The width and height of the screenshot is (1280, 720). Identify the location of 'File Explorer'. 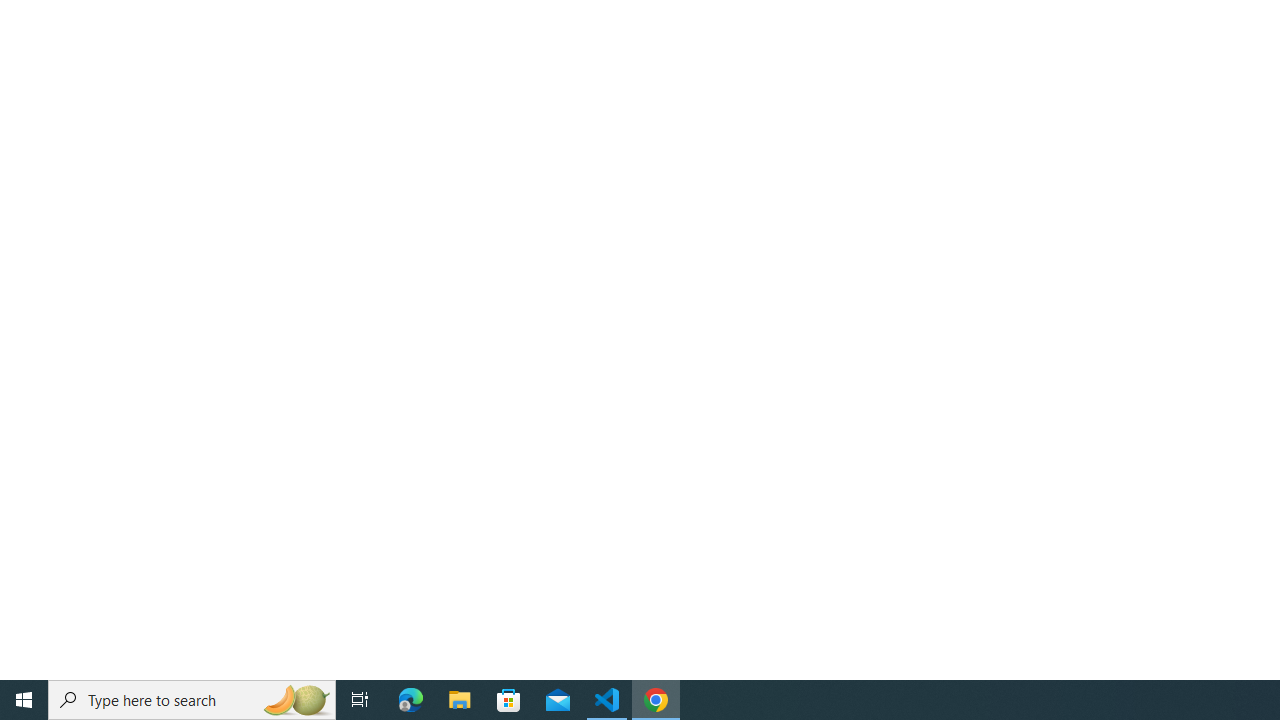
(459, 698).